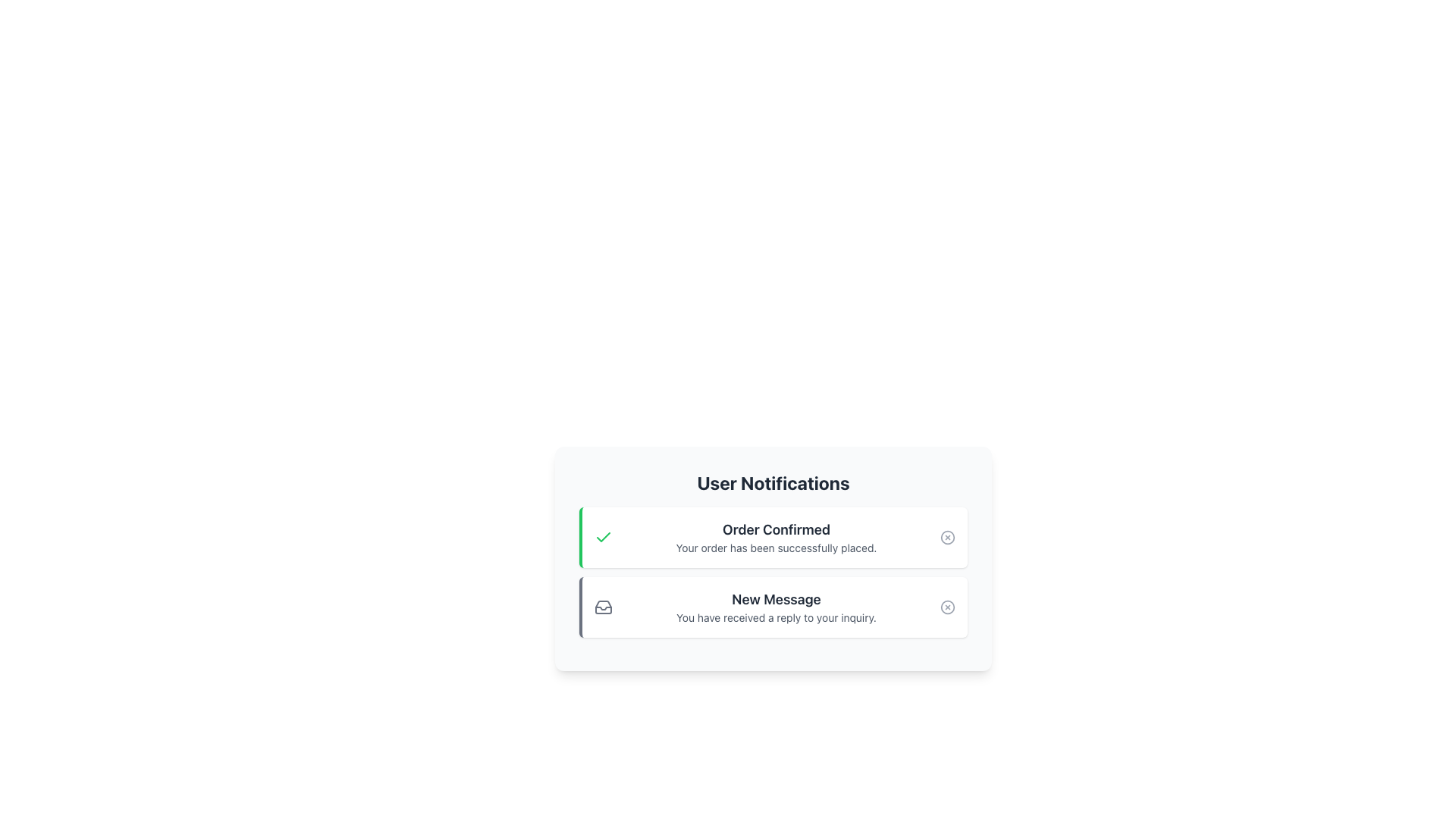 Image resolution: width=1456 pixels, height=819 pixels. What do you see at coordinates (603, 536) in the screenshot?
I see `the success confirmation icon located in the top notification card, adjacent to the text 'Order Confirmed'` at bounding box center [603, 536].